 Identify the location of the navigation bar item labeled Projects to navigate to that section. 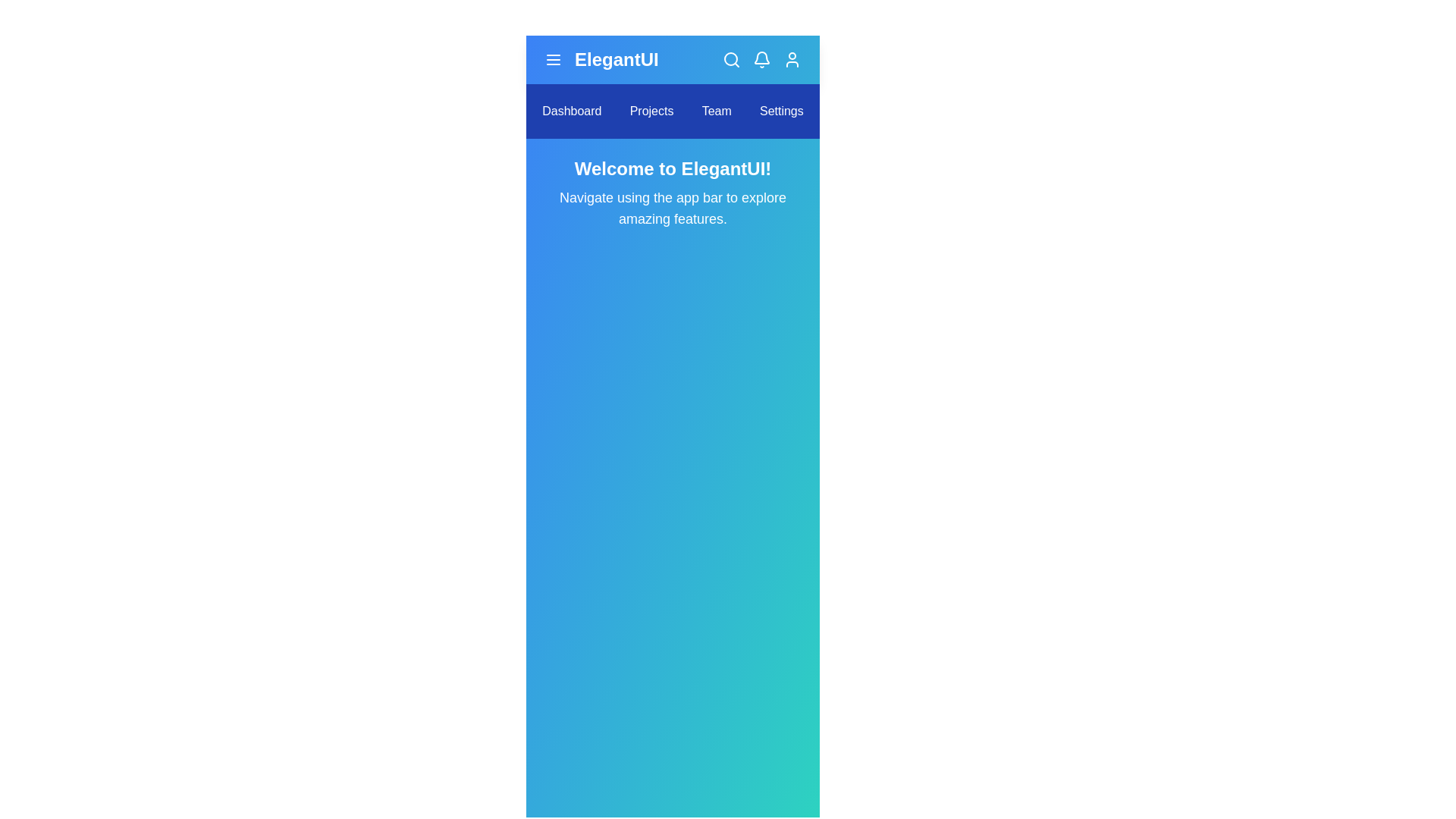
(651, 110).